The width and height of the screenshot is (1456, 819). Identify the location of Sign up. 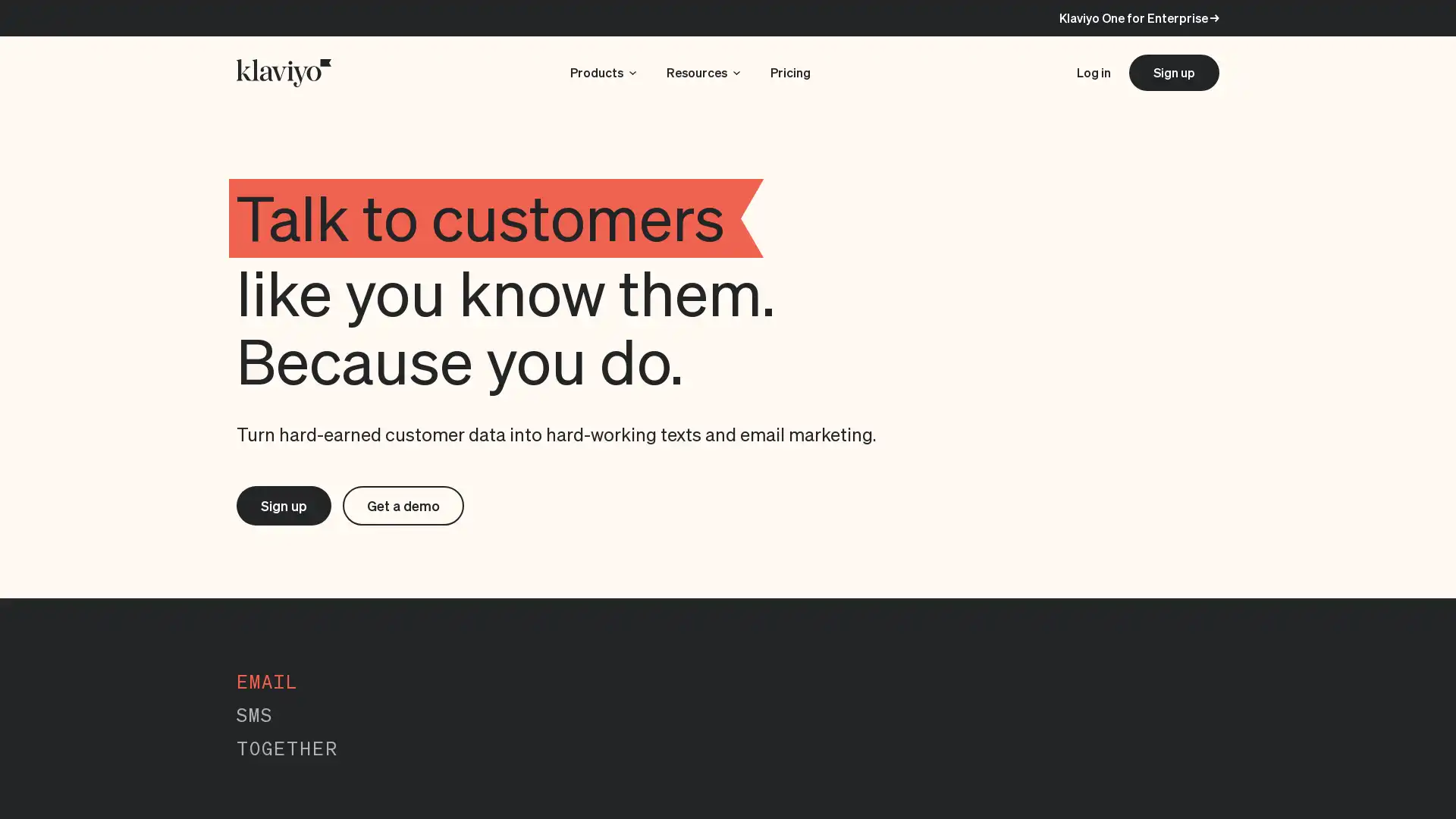
(286, 507).